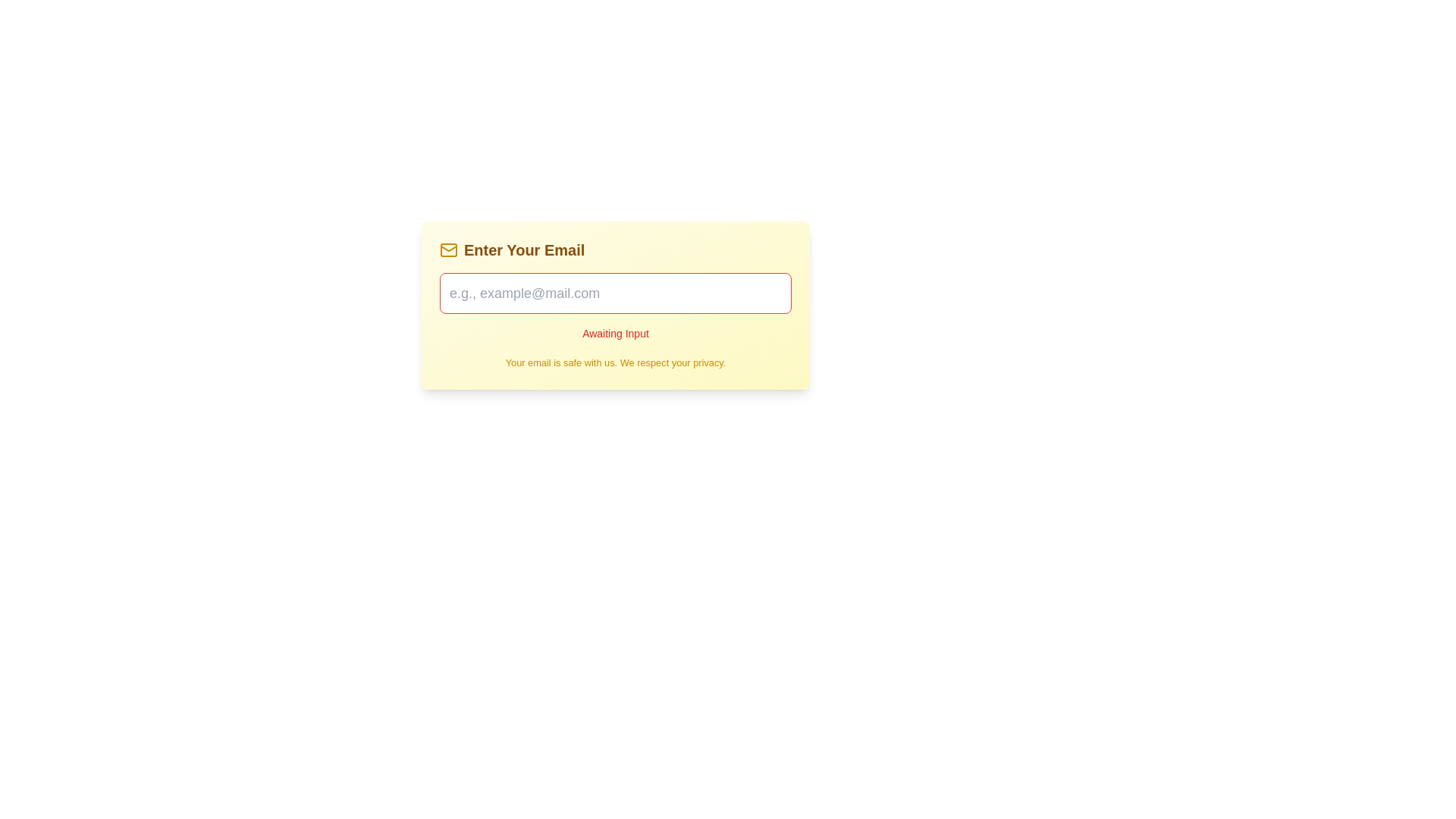 The width and height of the screenshot is (1456, 819). I want to click on the text display element that reads 'Your email is safe with us. We respect your privacy.' which is styled in a yellowish-orange shade and is centrally aligned at the bottom of the email input form group, so click(615, 362).